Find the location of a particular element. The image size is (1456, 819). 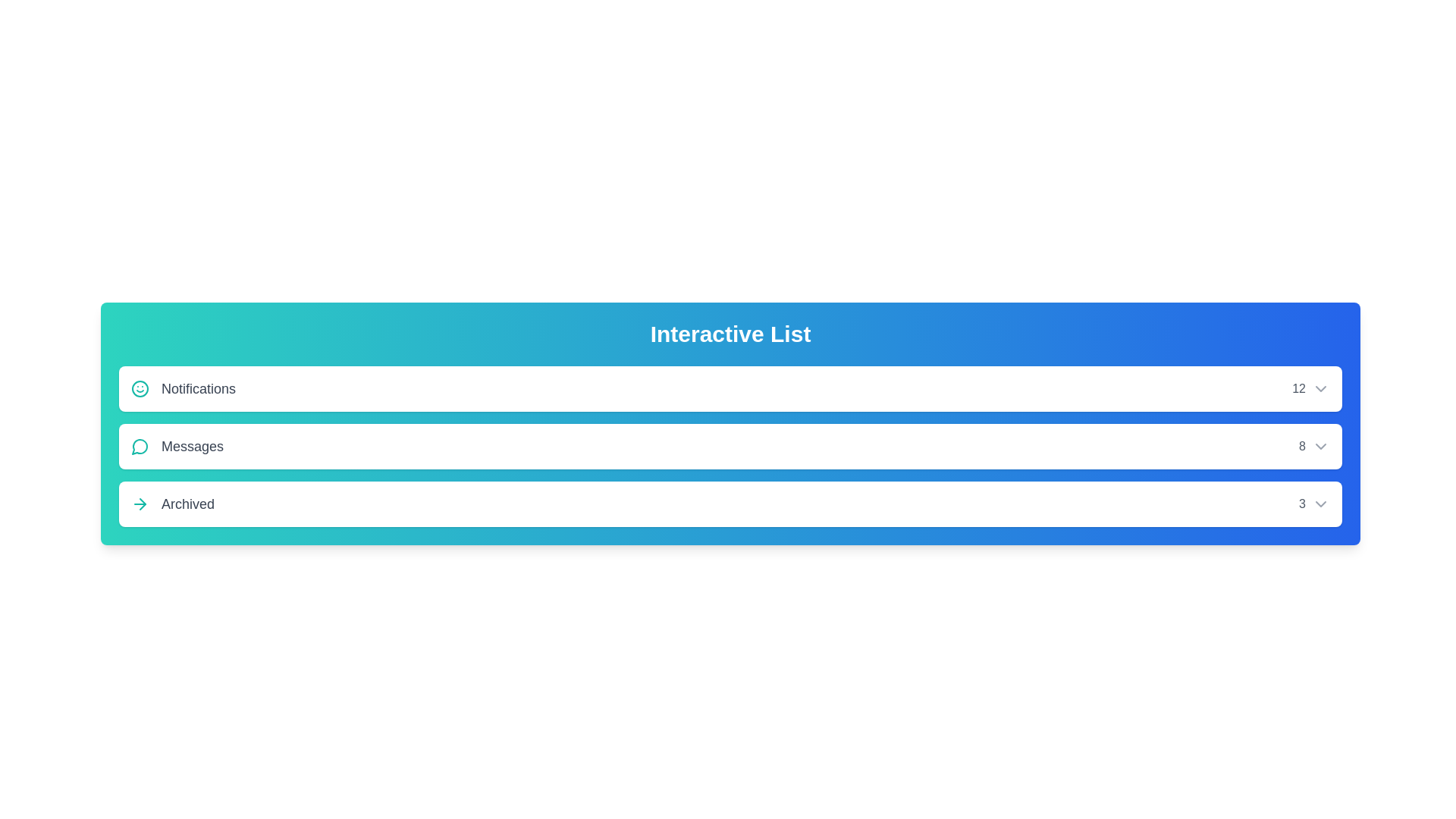

the text of the item Messages in the list is located at coordinates (177, 446).